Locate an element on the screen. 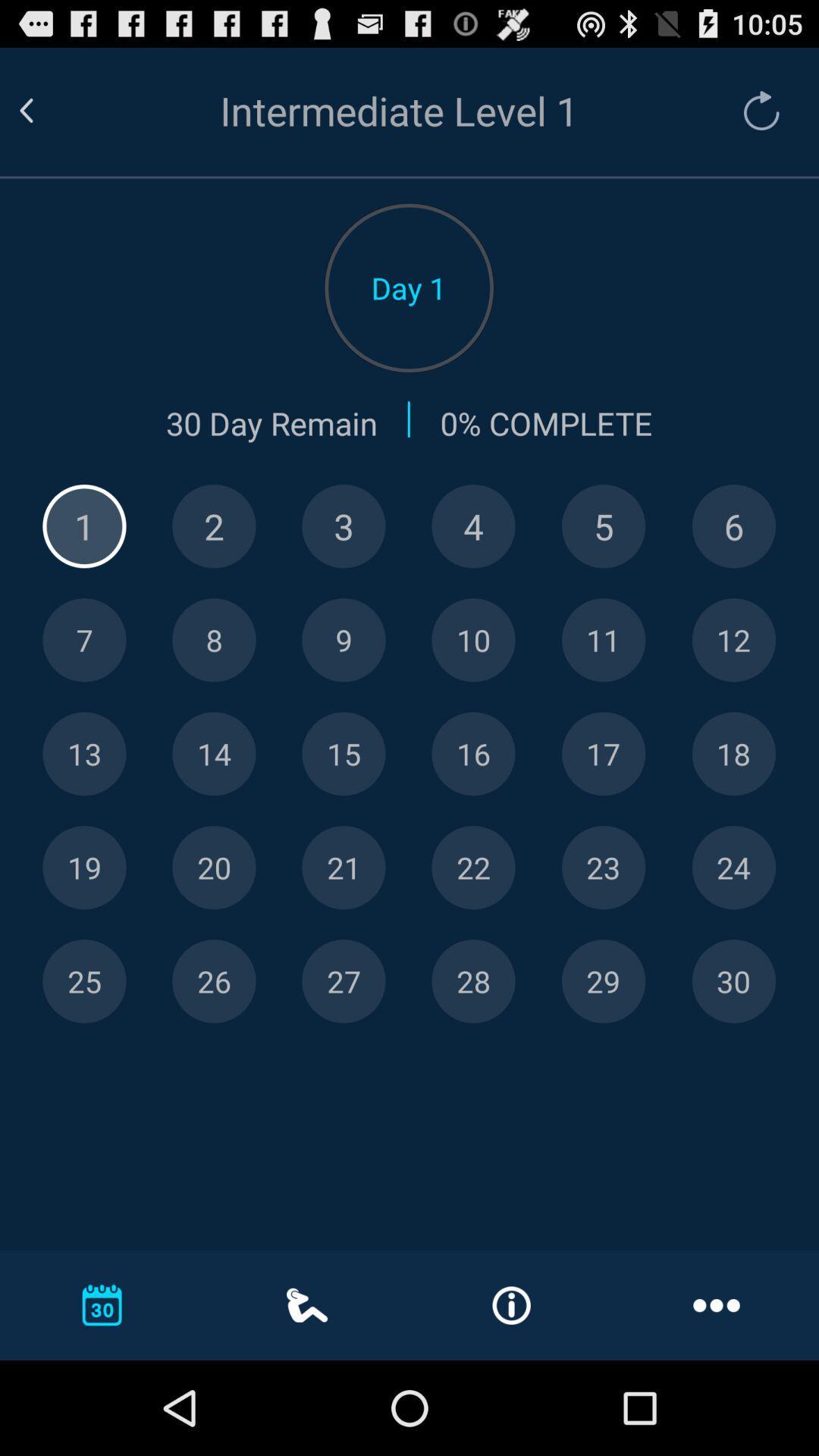  9 is located at coordinates (344, 640).